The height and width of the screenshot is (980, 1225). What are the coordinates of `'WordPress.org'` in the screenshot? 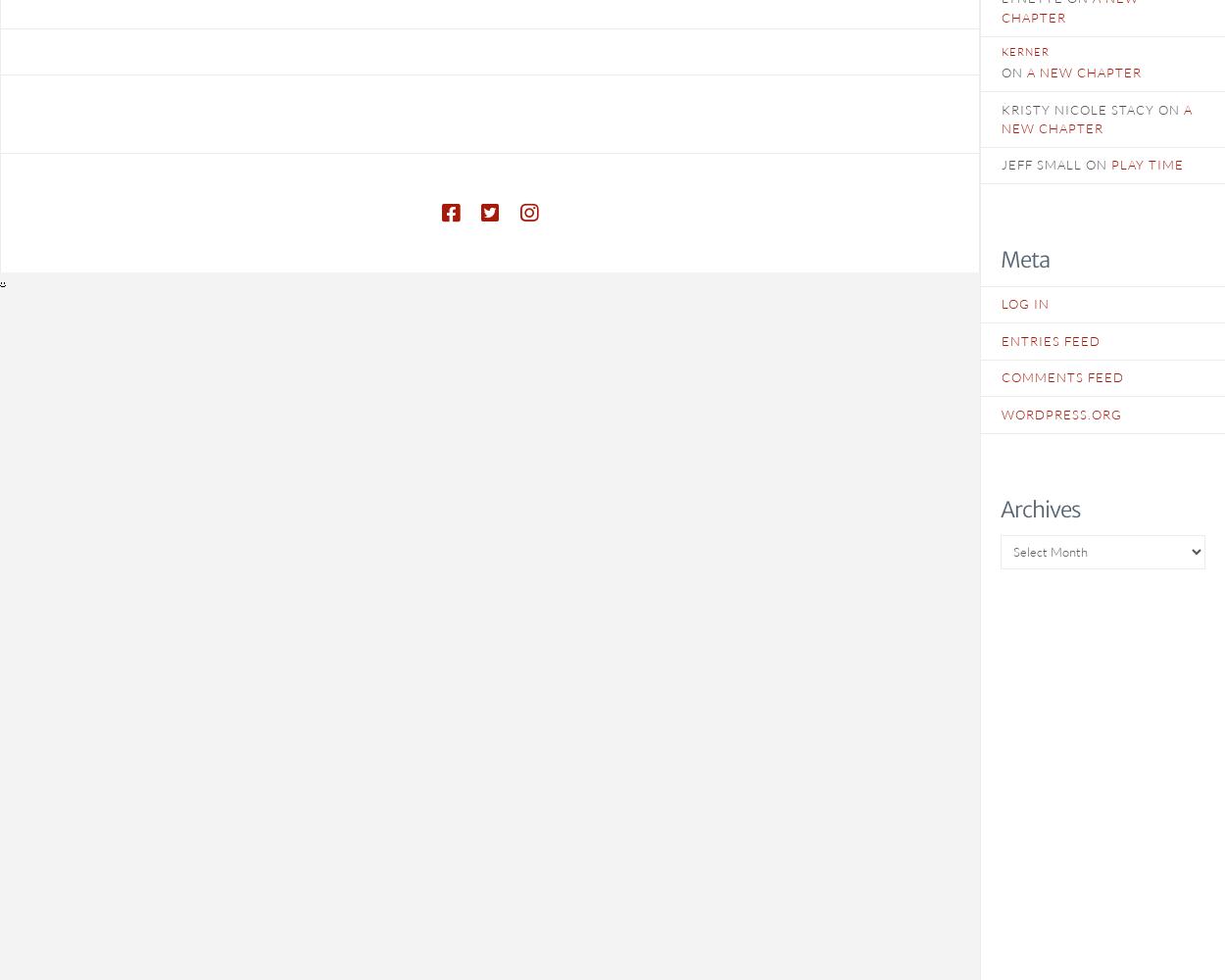 It's located at (1060, 414).